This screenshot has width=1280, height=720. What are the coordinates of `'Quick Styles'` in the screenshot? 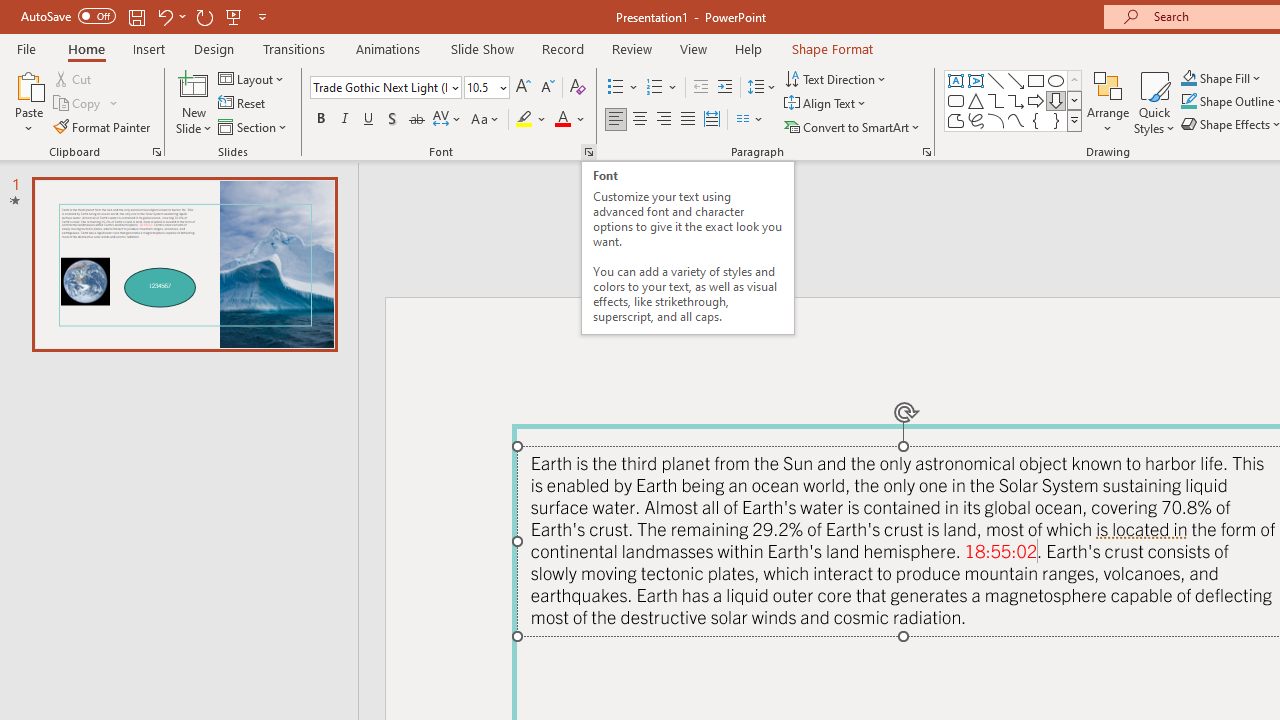 It's located at (1154, 103).